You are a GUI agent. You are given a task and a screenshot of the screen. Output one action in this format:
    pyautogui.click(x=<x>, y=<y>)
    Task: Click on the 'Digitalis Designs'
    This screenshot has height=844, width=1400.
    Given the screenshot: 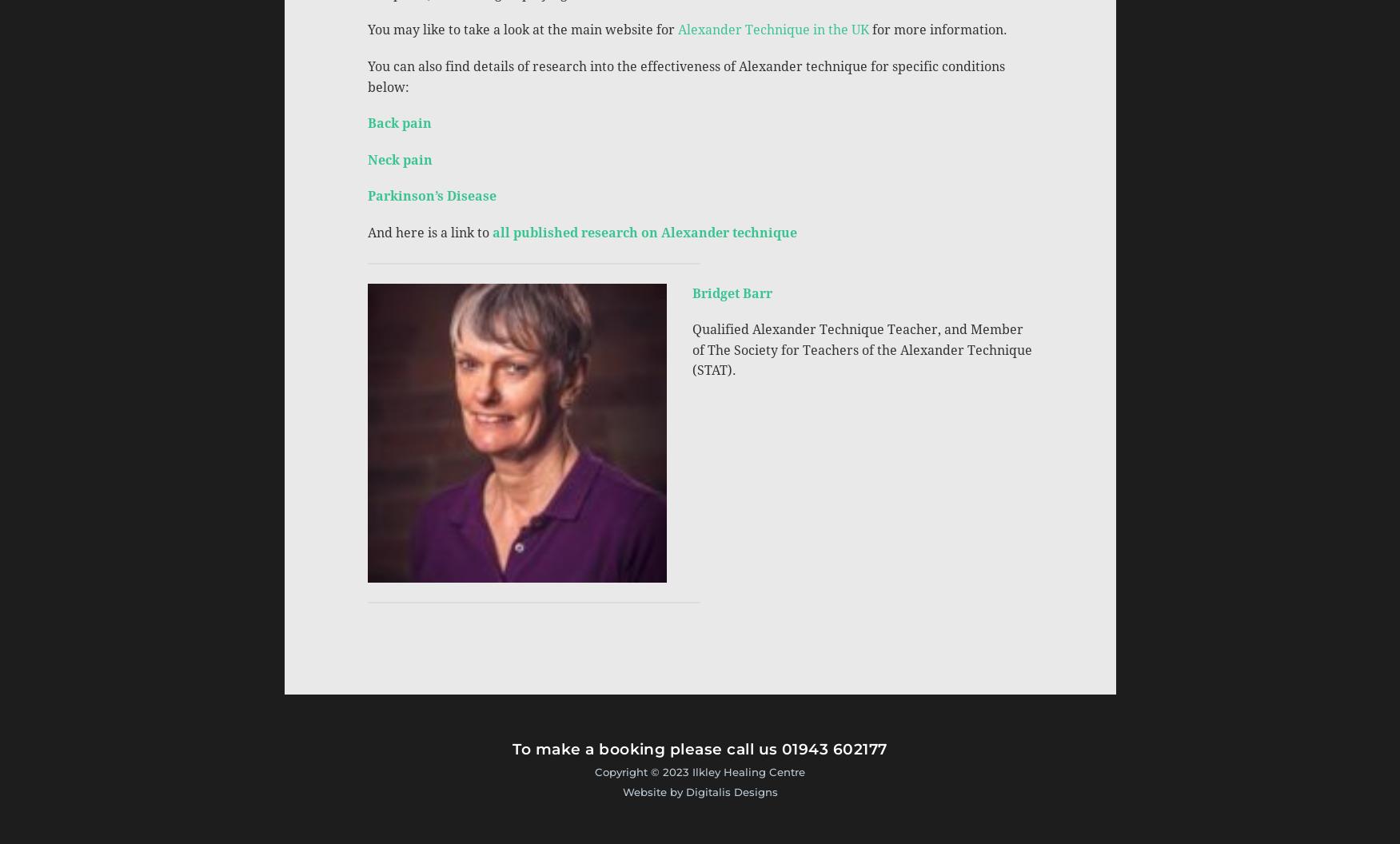 What is the action you would take?
    pyautogui.click(x=730, y=791)
    